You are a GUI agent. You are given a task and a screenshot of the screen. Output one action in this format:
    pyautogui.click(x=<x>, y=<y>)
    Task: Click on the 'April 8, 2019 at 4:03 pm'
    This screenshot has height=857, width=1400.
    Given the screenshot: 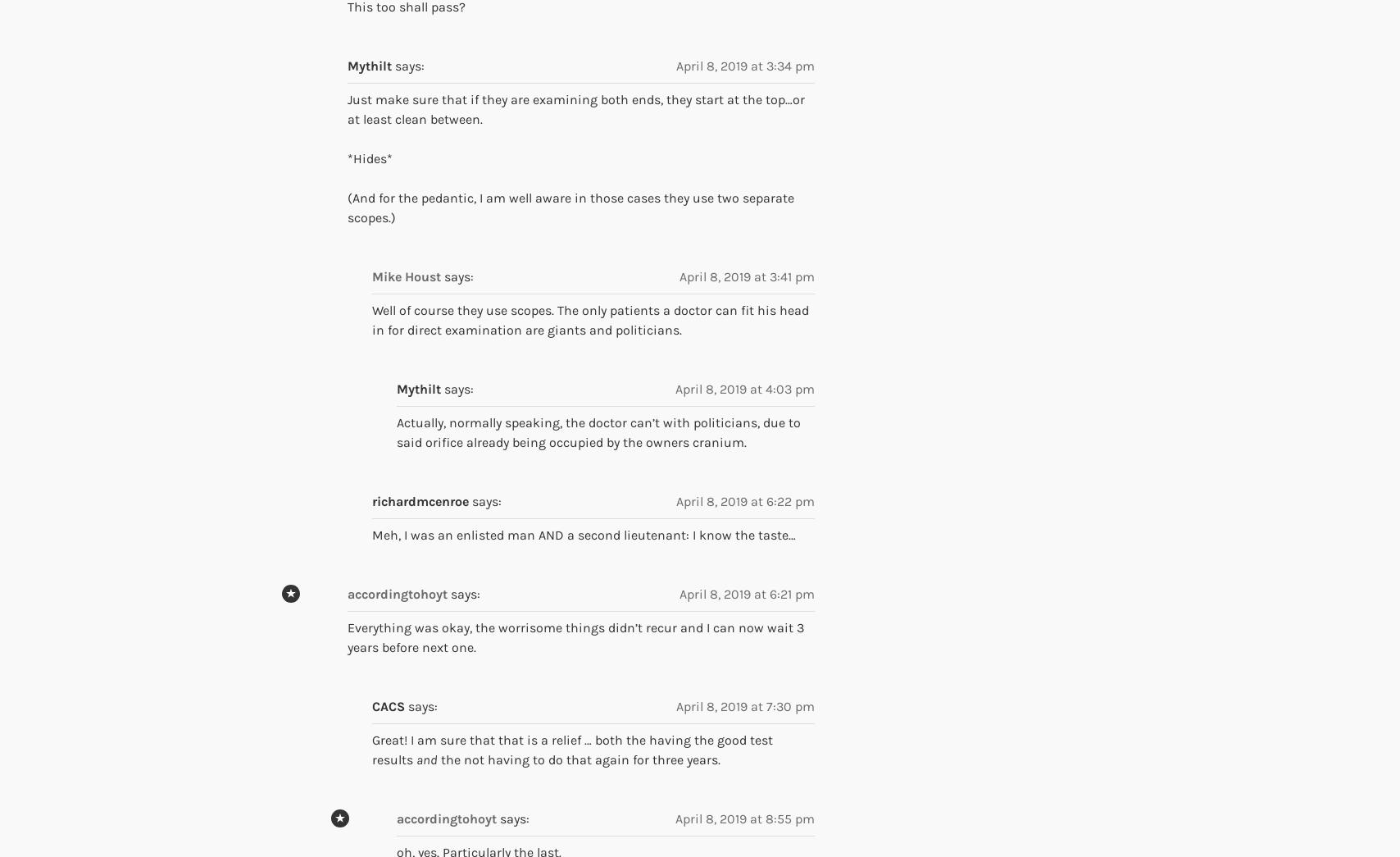 What is the action you would take?
    pyautogui.click(x=744, y=387)
    